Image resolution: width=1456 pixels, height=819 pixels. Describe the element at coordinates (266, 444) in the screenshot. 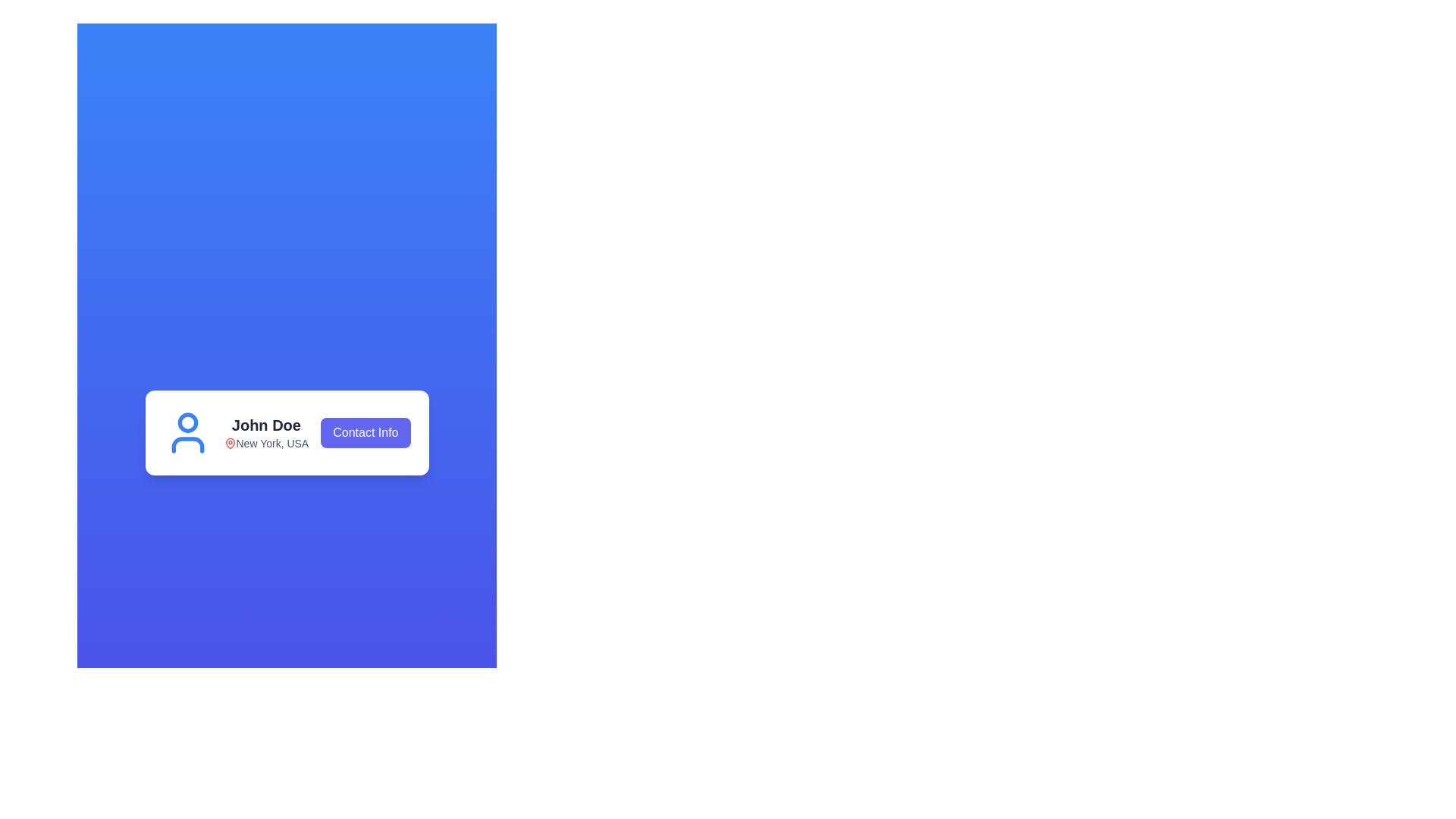

I see `the text 'New York, USA' with the accompanying red location pin icon, which is located below the title 'John Doe' in the user information card layout` at that location.